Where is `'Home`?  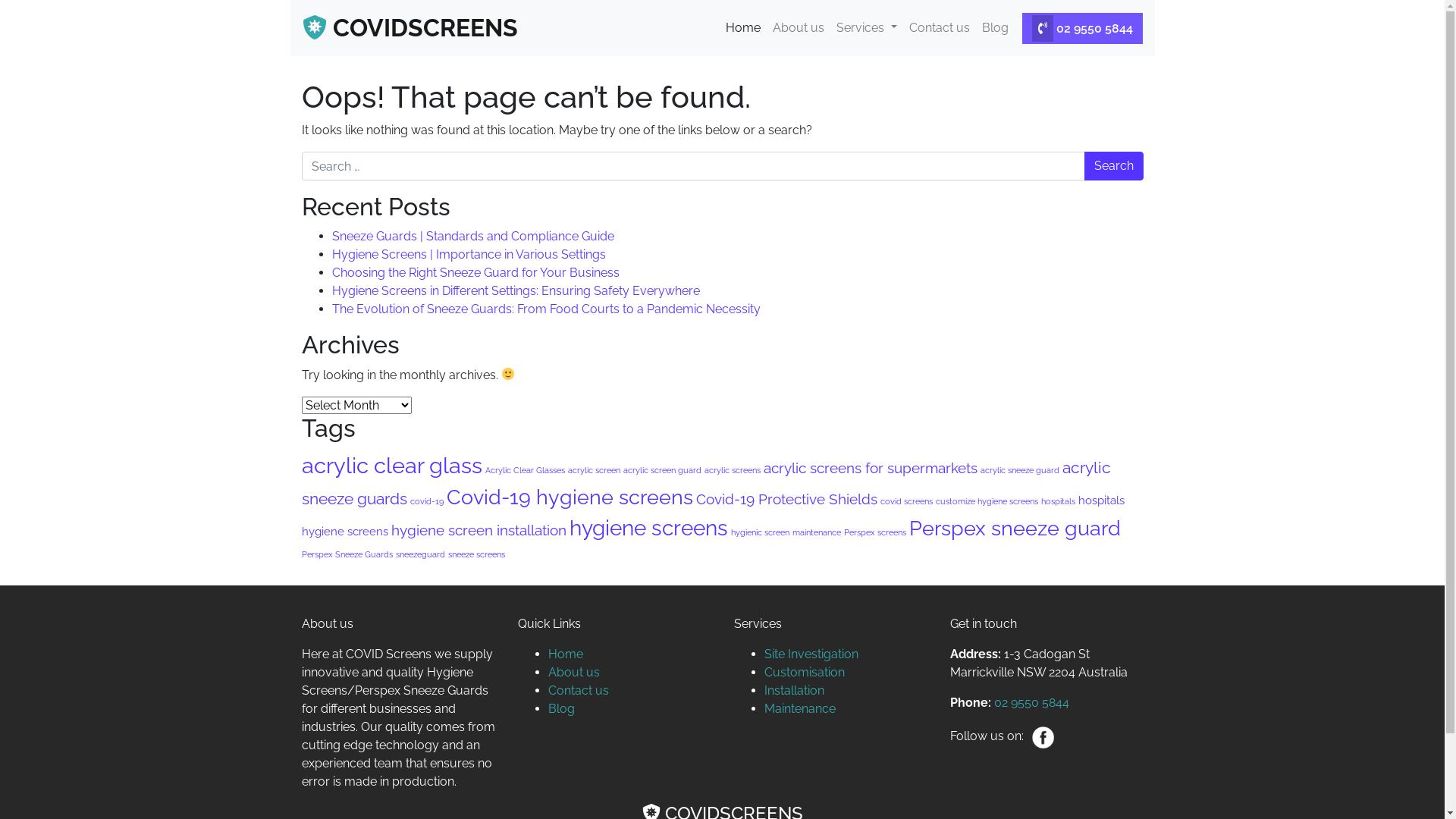
'Home is located at coordinates (742, 27).